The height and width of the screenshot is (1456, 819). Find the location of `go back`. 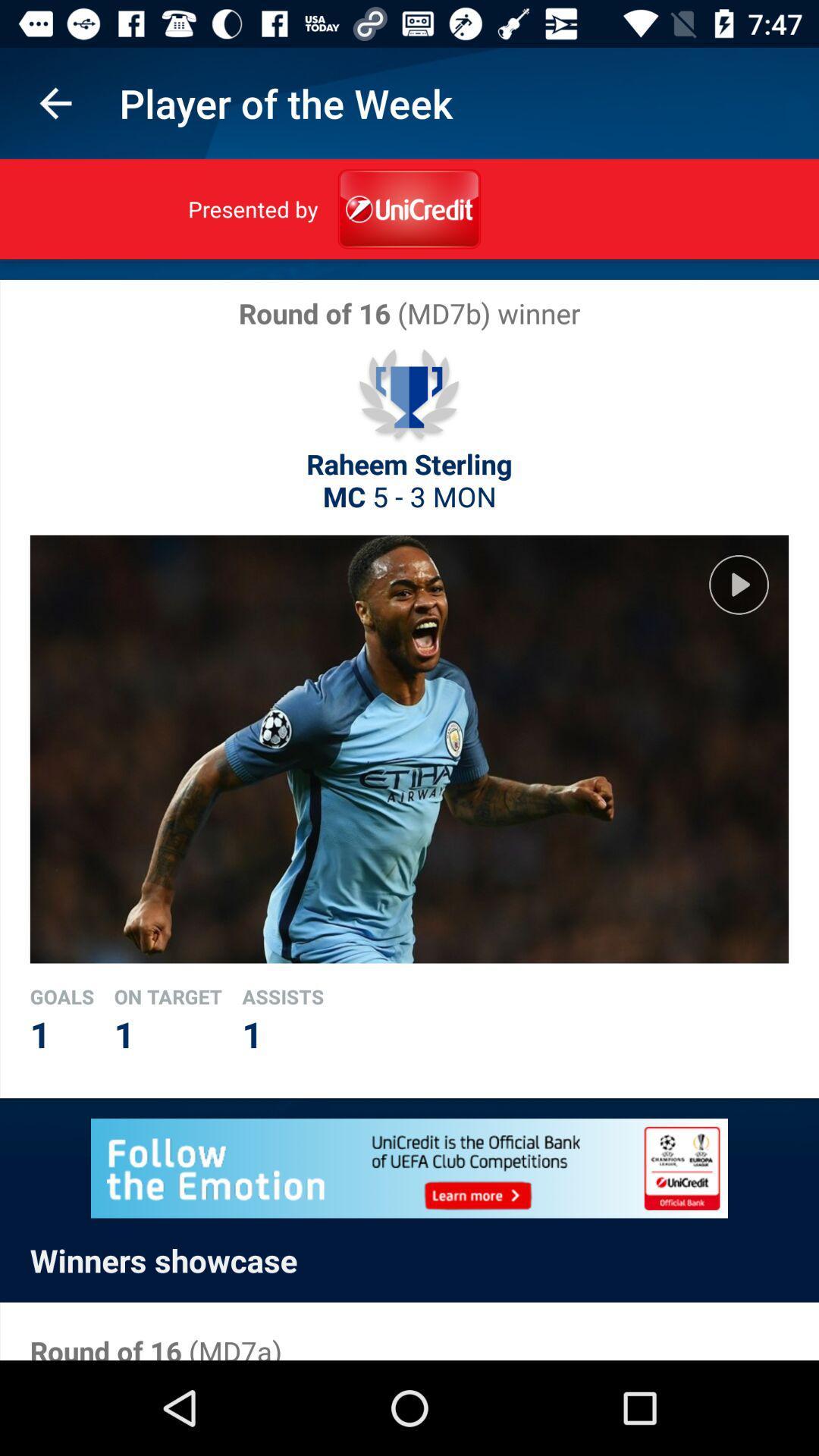

go back is located at coordinates (55, 102).